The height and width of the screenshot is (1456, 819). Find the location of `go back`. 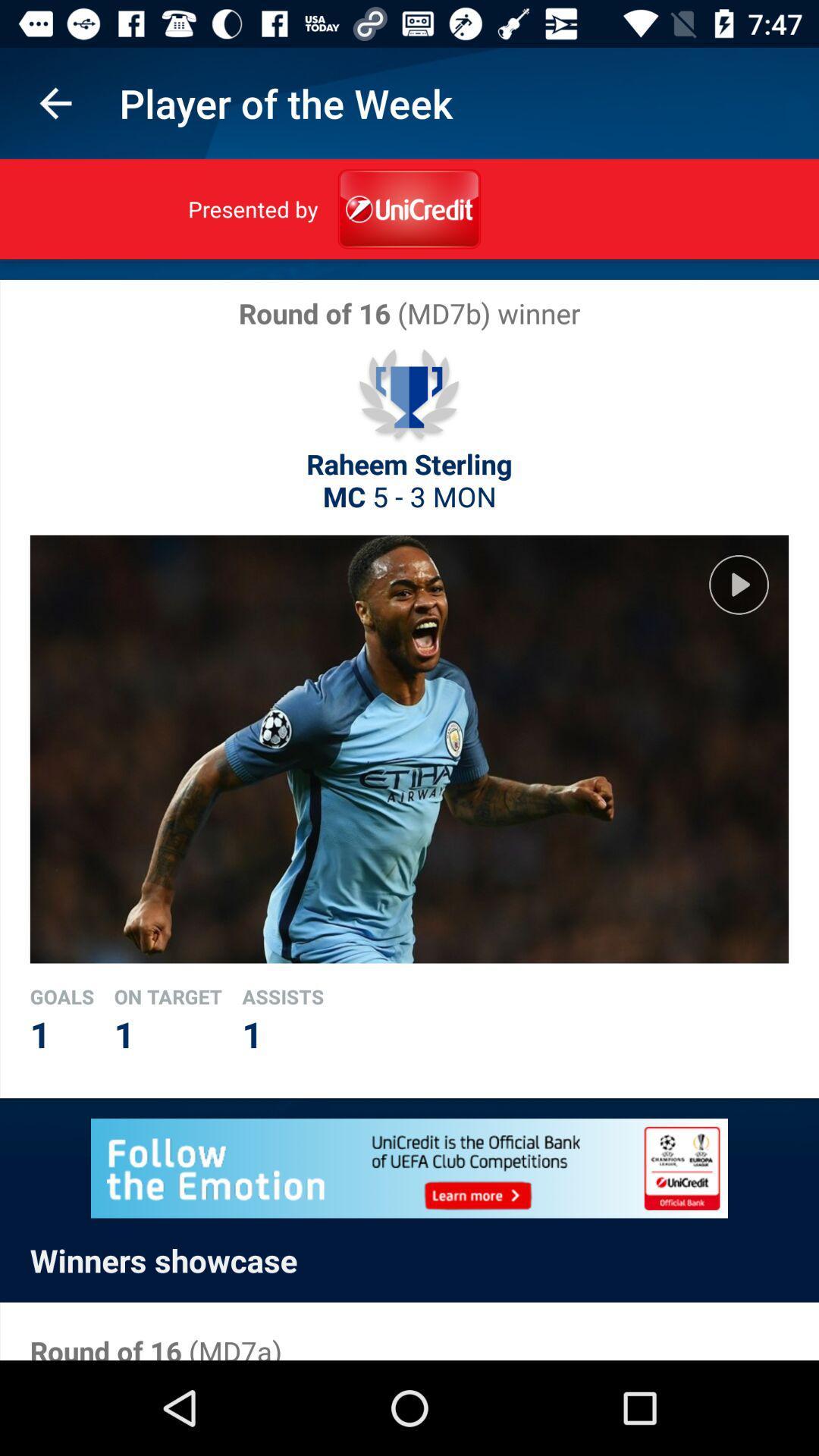

go back is located at coordinates (55, 102).